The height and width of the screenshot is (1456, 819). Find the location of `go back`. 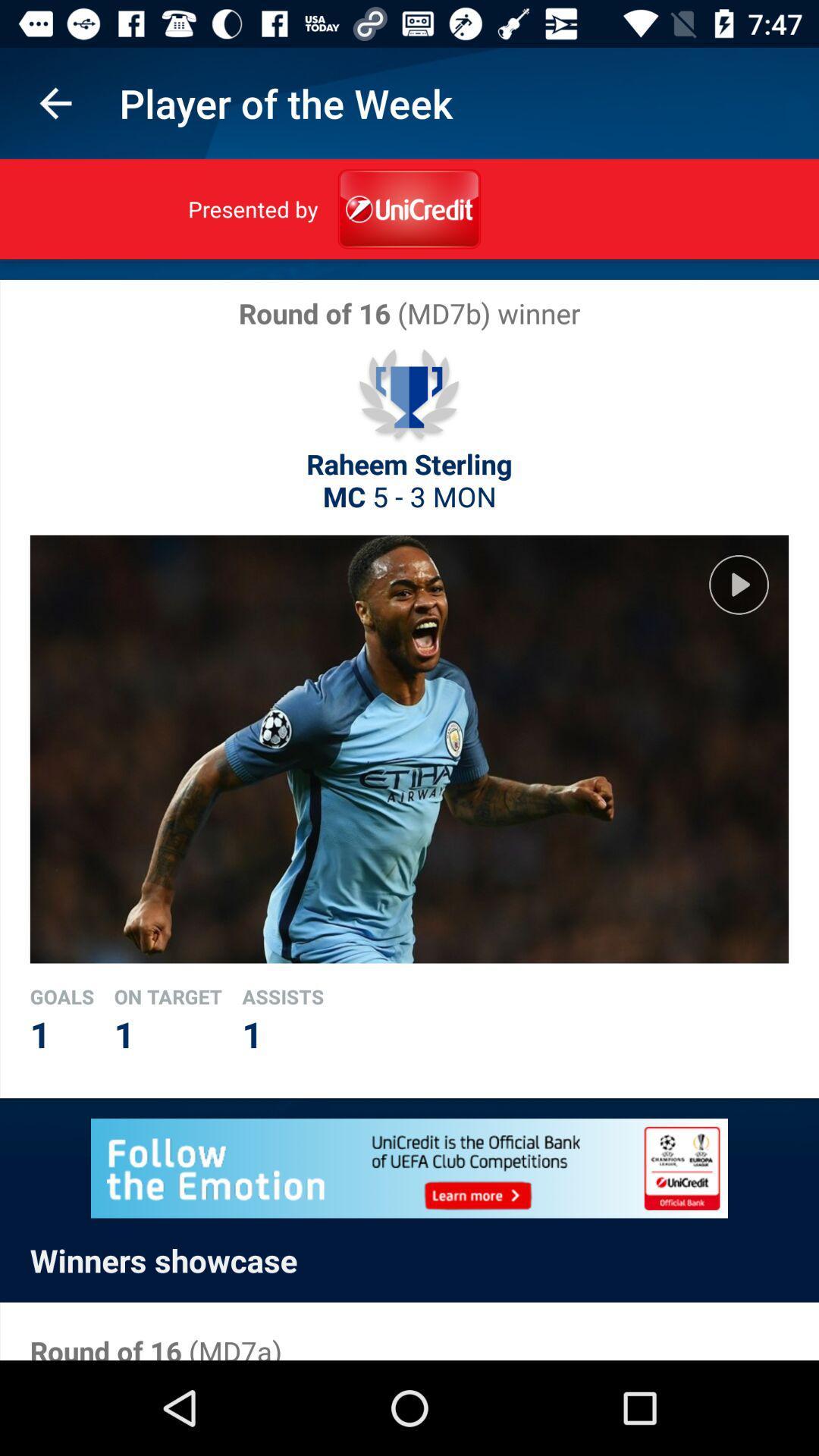

go back is located at coordinates (55, 102).